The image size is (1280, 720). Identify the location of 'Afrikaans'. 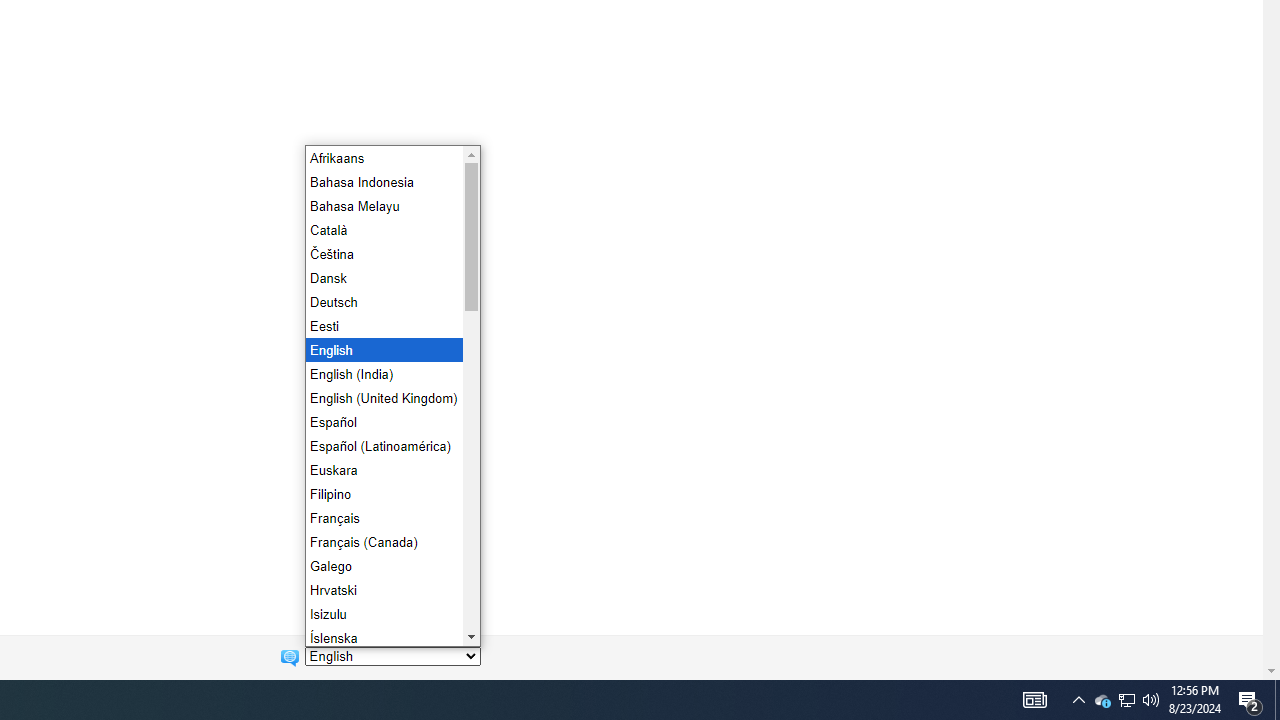
(382, 157).